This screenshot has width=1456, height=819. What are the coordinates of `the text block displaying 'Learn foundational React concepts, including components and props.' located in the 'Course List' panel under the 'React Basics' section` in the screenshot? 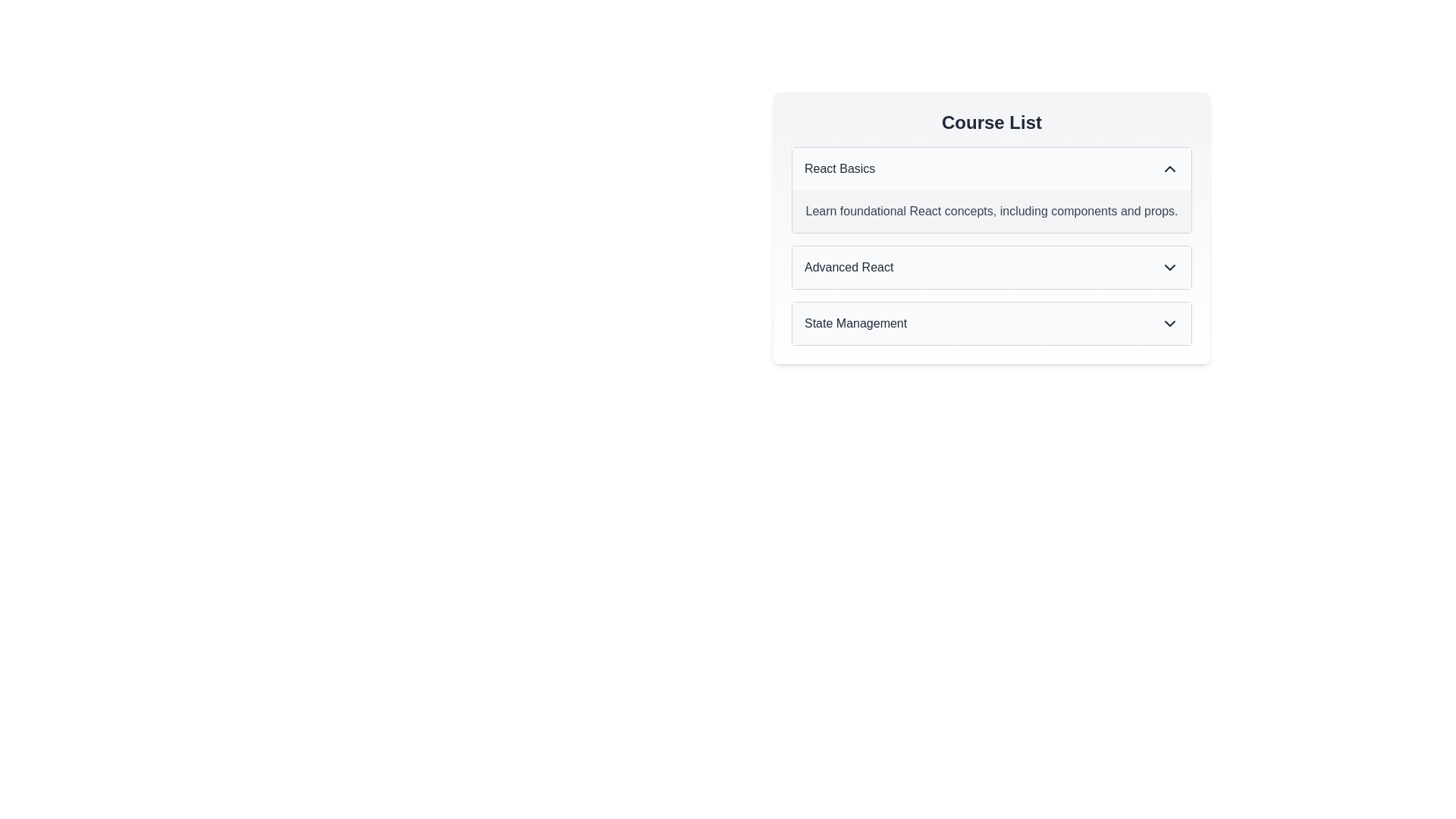 It's located at (992, 211).